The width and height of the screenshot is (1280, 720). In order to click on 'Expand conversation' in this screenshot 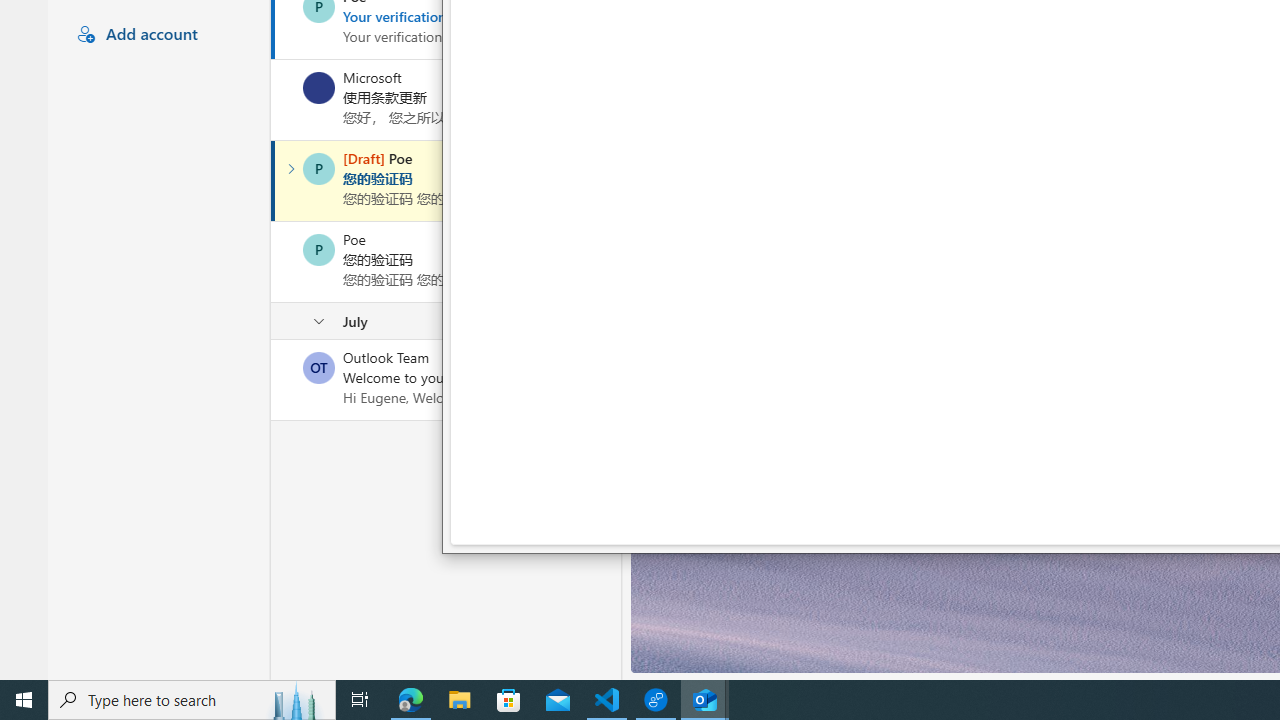, I will do `click(290, 167)`.